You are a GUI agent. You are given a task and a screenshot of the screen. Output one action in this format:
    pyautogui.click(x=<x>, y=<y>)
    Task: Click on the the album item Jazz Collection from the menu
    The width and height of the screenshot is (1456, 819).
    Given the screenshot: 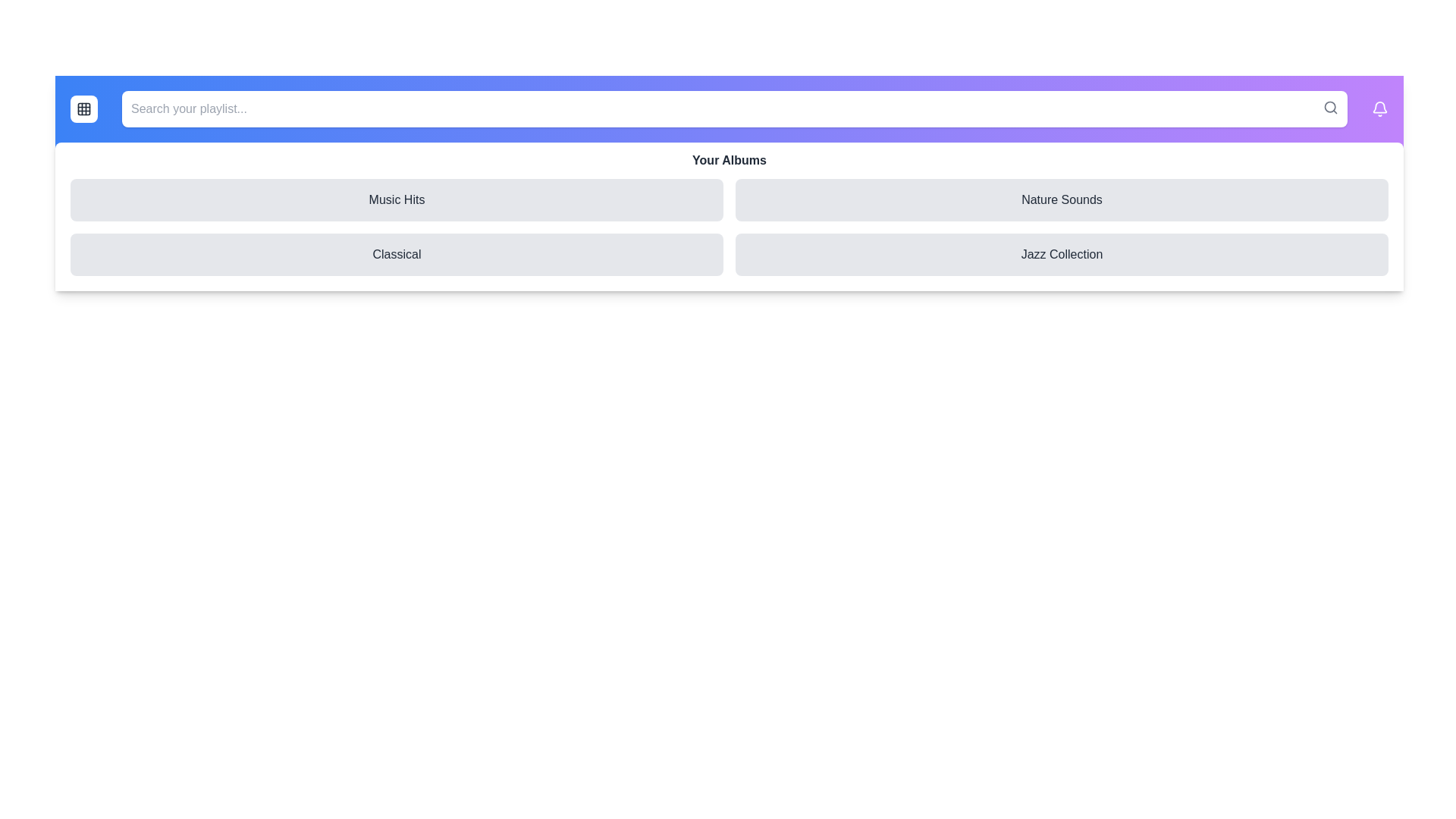 What is the action you would take?
    pyautogui.click(x=1061, y=253)
    